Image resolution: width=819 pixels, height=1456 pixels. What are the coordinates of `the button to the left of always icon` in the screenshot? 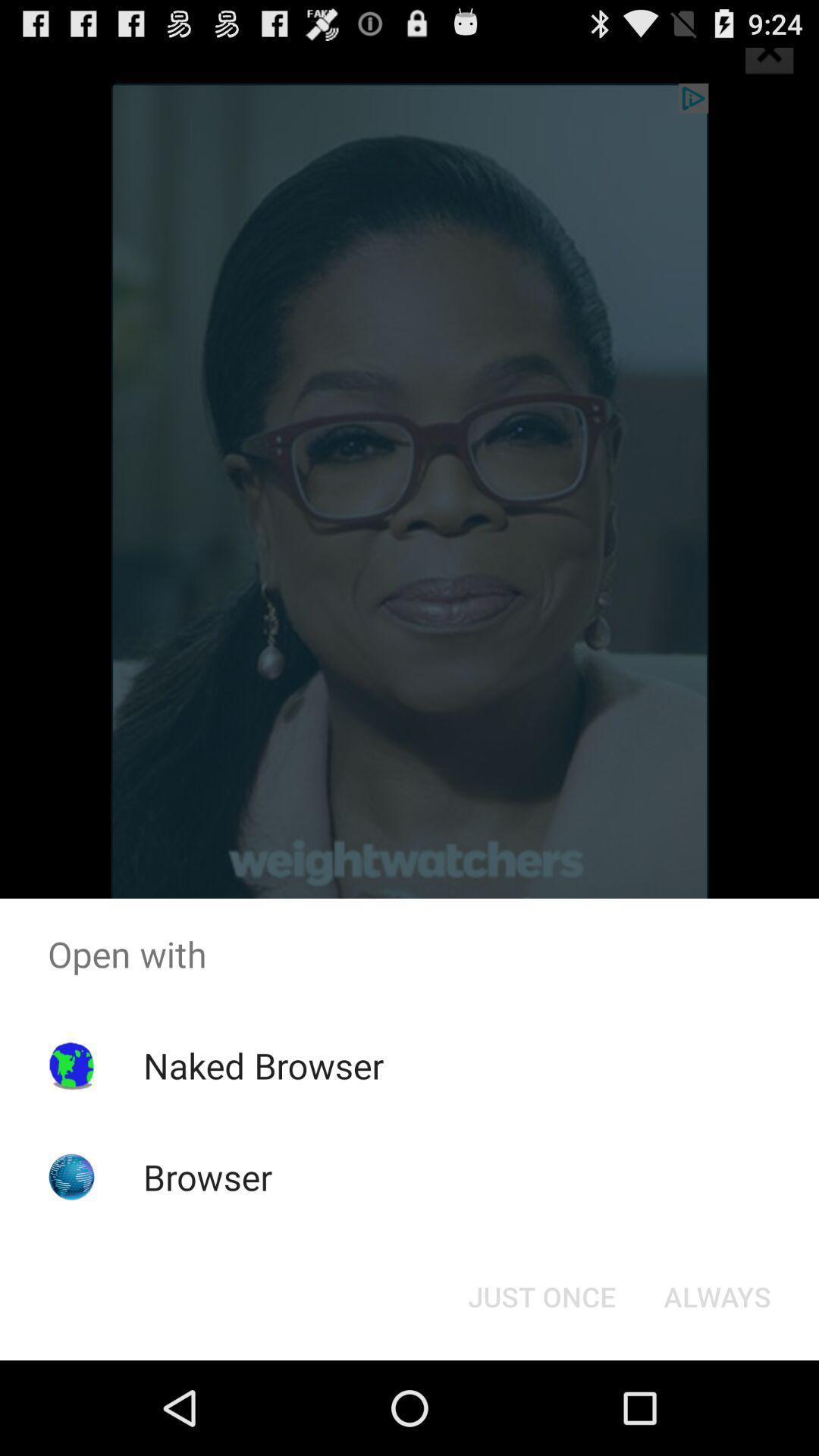 It's located at (541, 1295).